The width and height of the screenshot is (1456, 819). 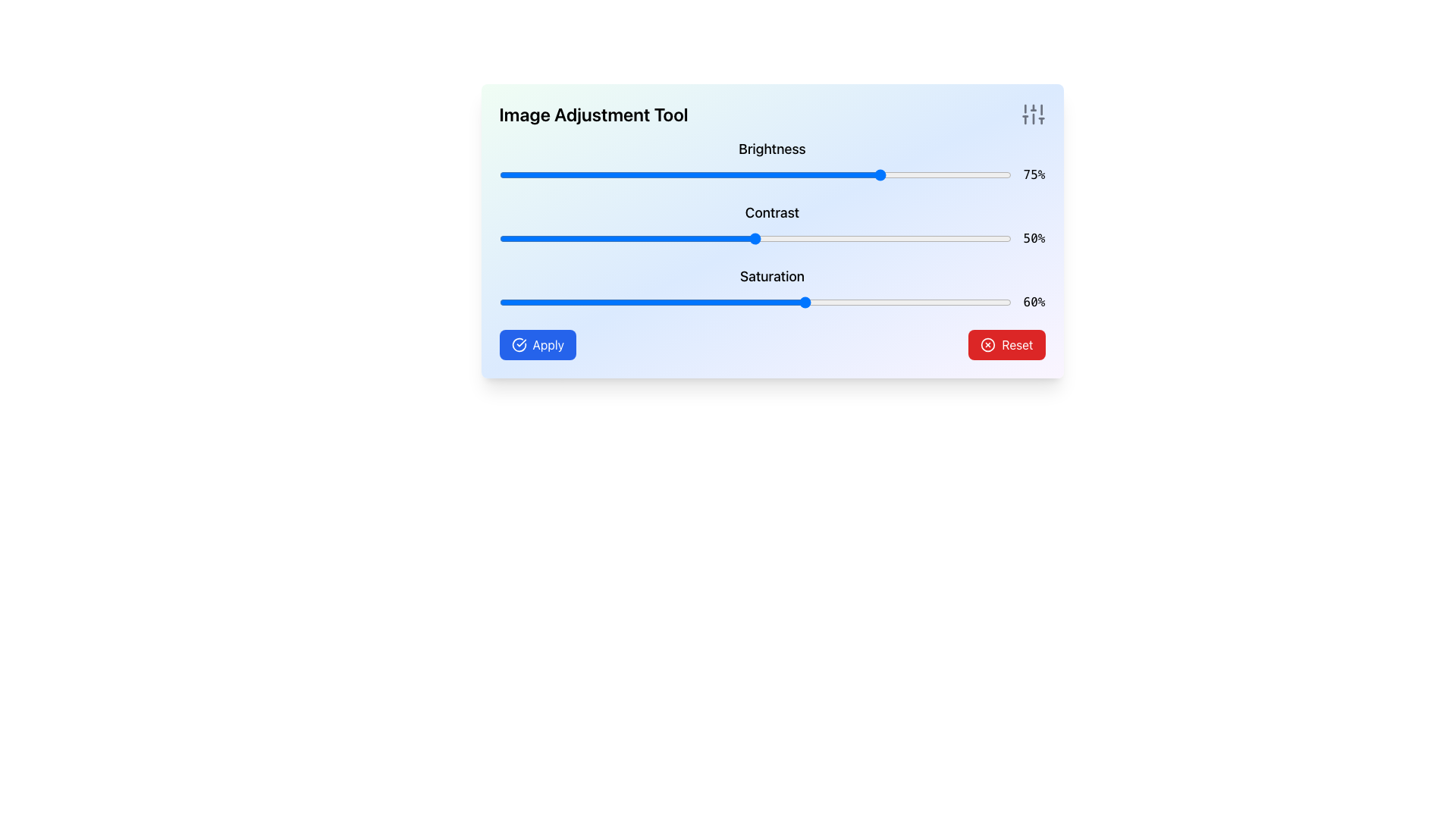 I want to click on contrast, so click(x=750, y=239).